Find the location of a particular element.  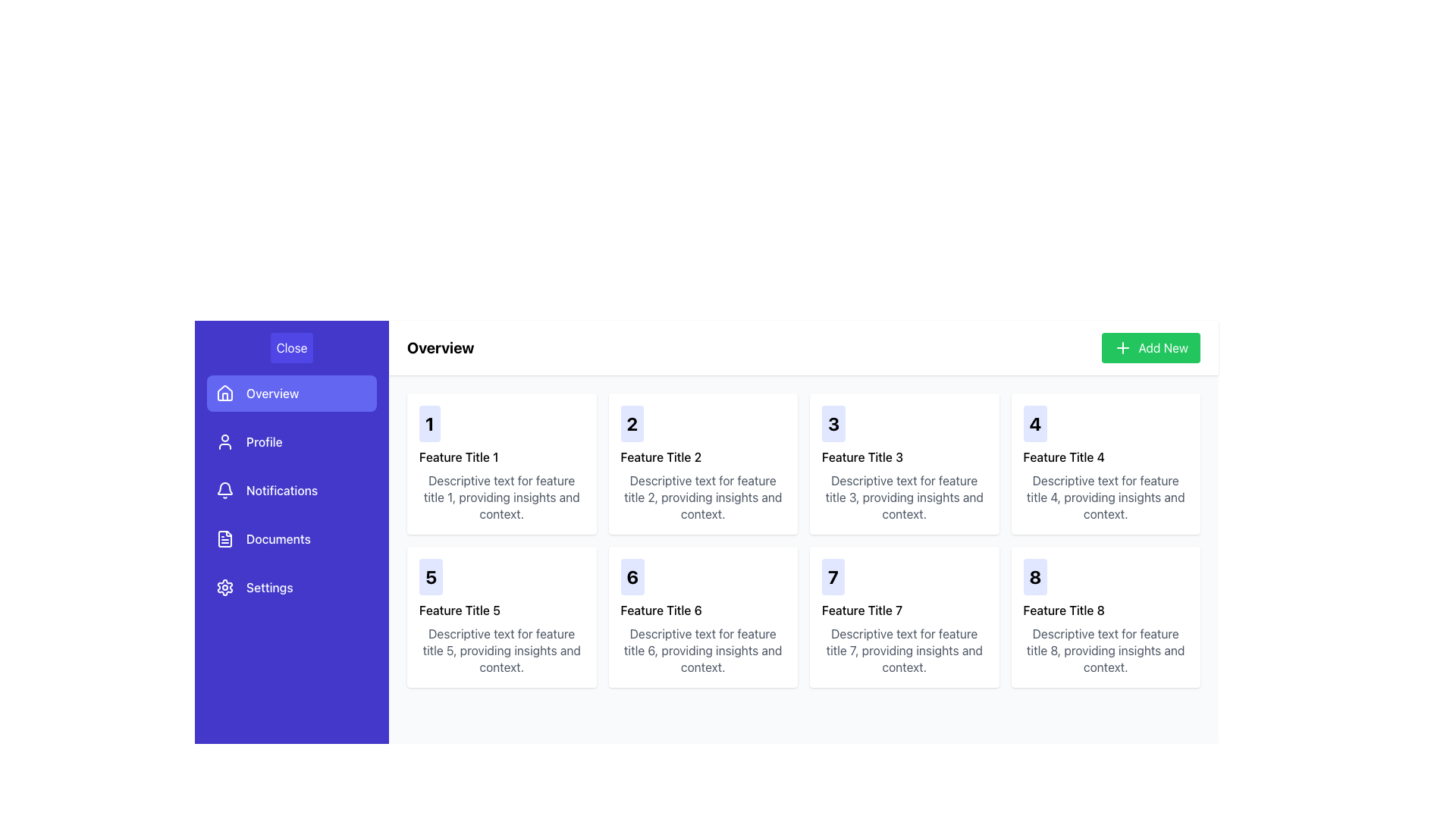

the Bell Icon located next to the 'Notifications' label in the sidebar menu is located at coordinates (224, 488).